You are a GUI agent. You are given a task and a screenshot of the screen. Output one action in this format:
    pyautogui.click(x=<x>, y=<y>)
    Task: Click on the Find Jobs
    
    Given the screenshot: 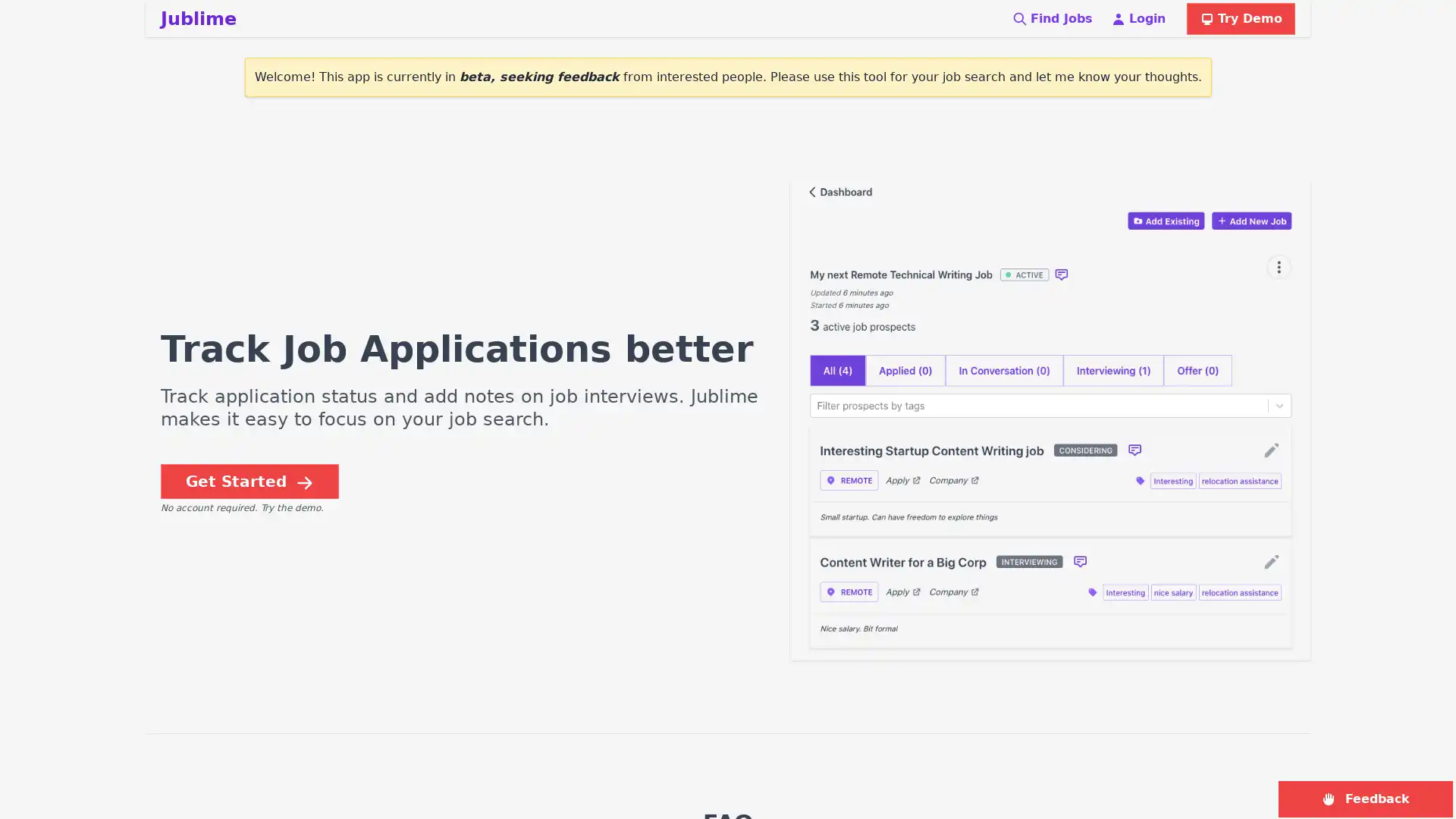 What is the action you would take?
    pyautogui.click(x=1051, y=18)
    